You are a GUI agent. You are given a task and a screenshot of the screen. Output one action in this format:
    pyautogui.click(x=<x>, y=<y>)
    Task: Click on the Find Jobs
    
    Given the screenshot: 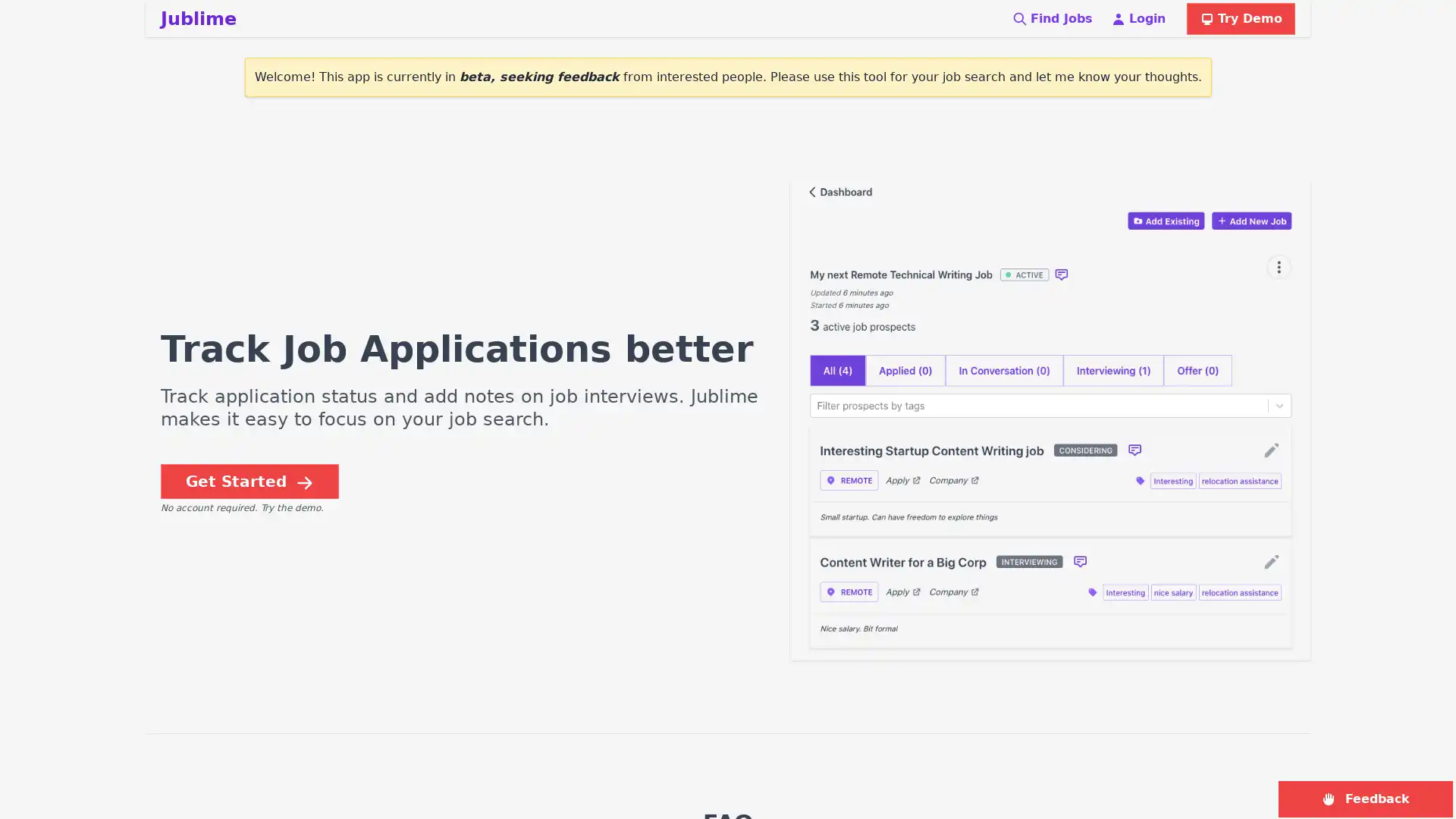 What is the action you would take?
    pyautogui.click(x=1051, y=18)
    